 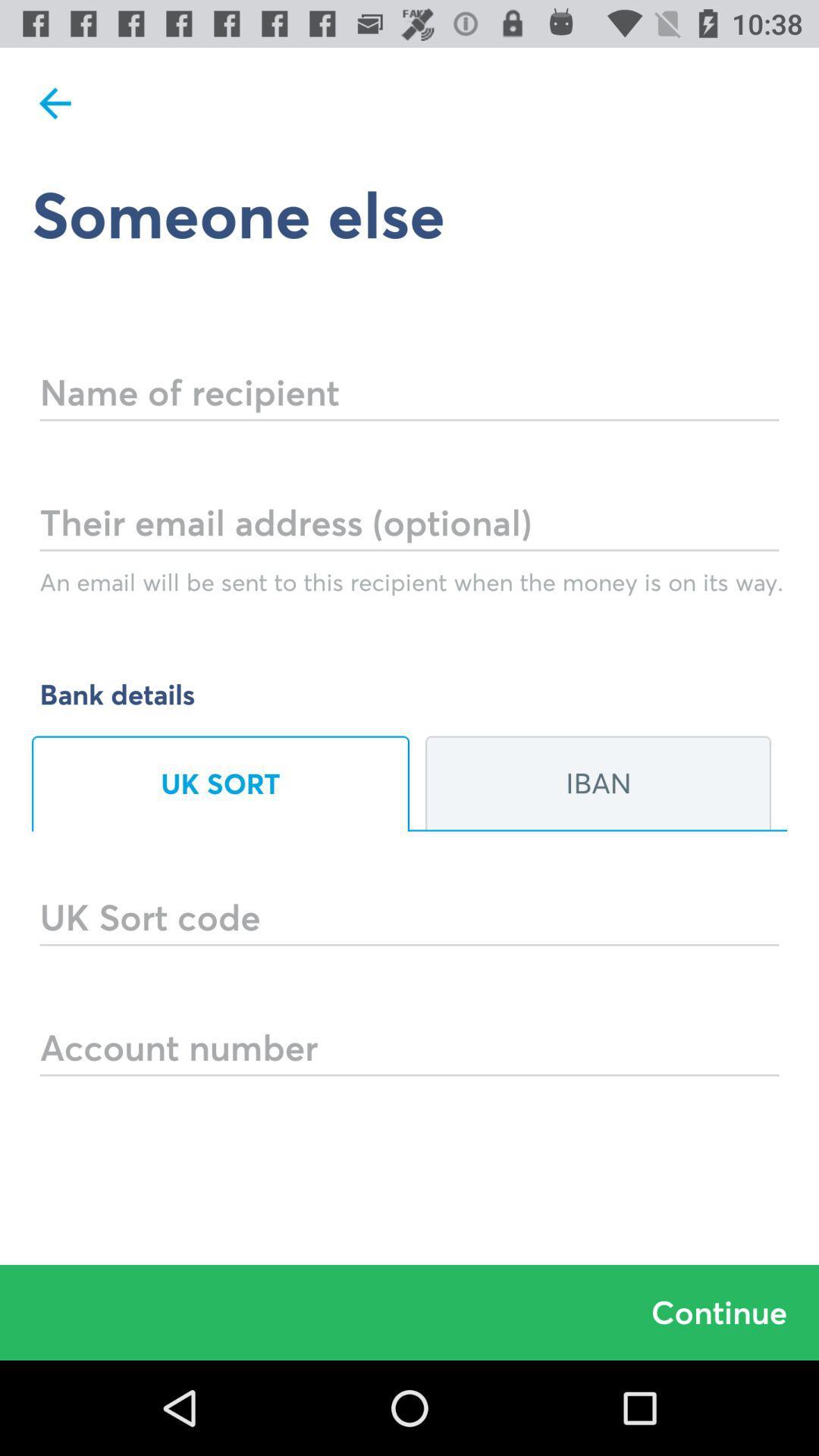 What do you see at coordinates (55, 102) in the screenshot?
I see `item above the someone else icon` at bounding box center [55, 102].